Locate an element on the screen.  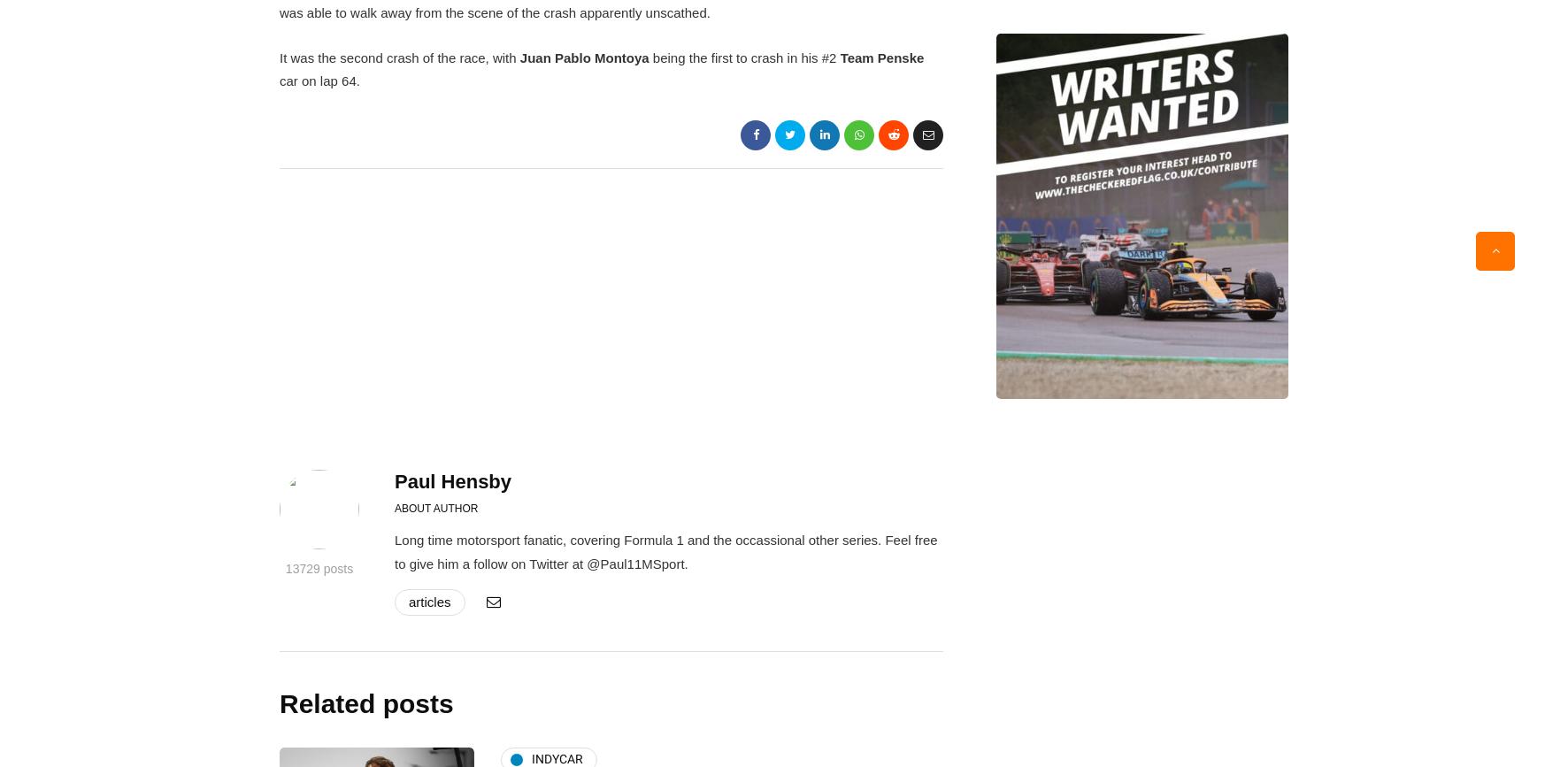
'It was the second crash of the race, with' is located at coordinates (278, 58).